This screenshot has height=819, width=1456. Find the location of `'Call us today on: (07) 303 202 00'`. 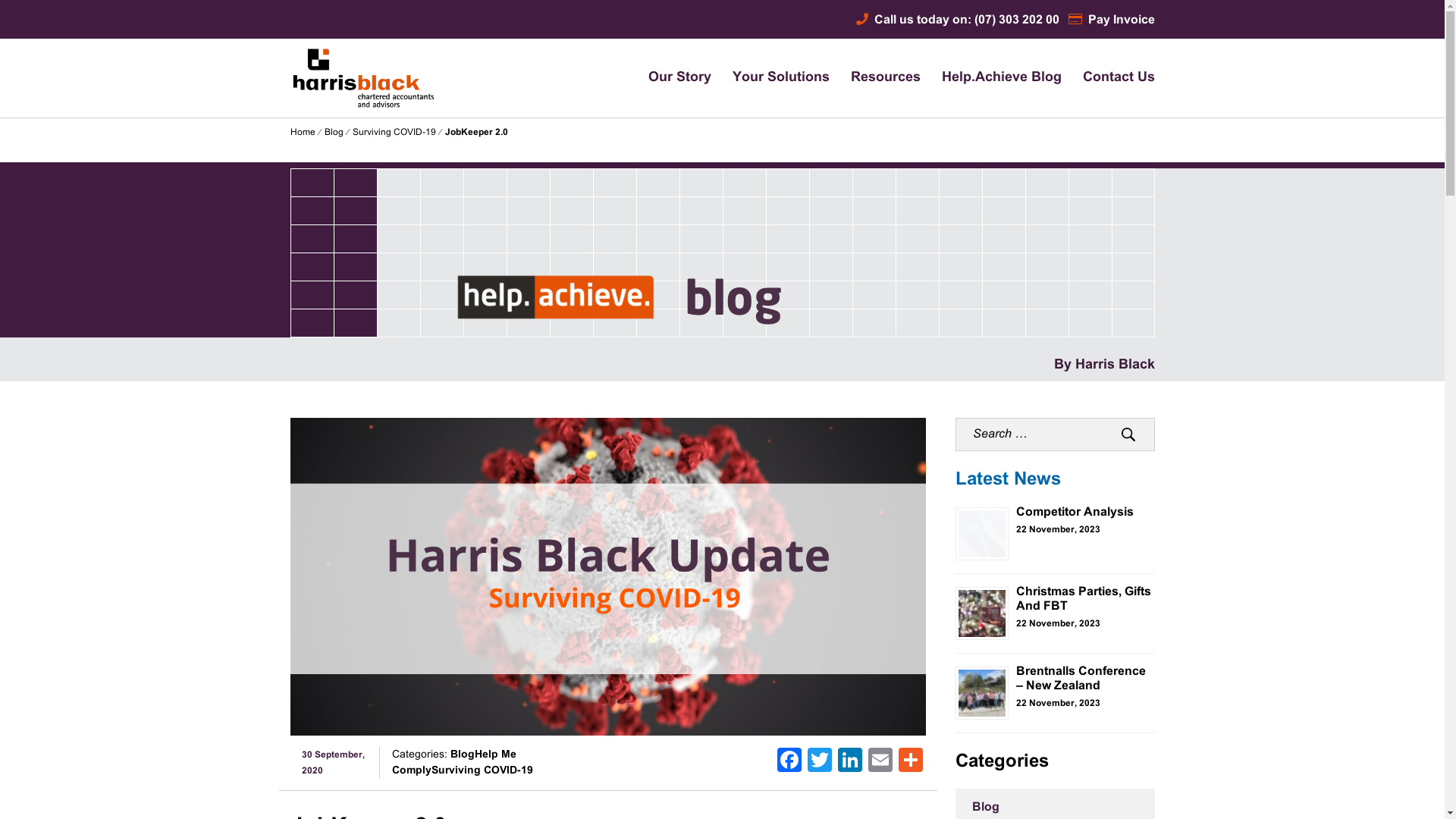

'Call us today on: (07) 303 202 00' is located at coordinates (956, 20).